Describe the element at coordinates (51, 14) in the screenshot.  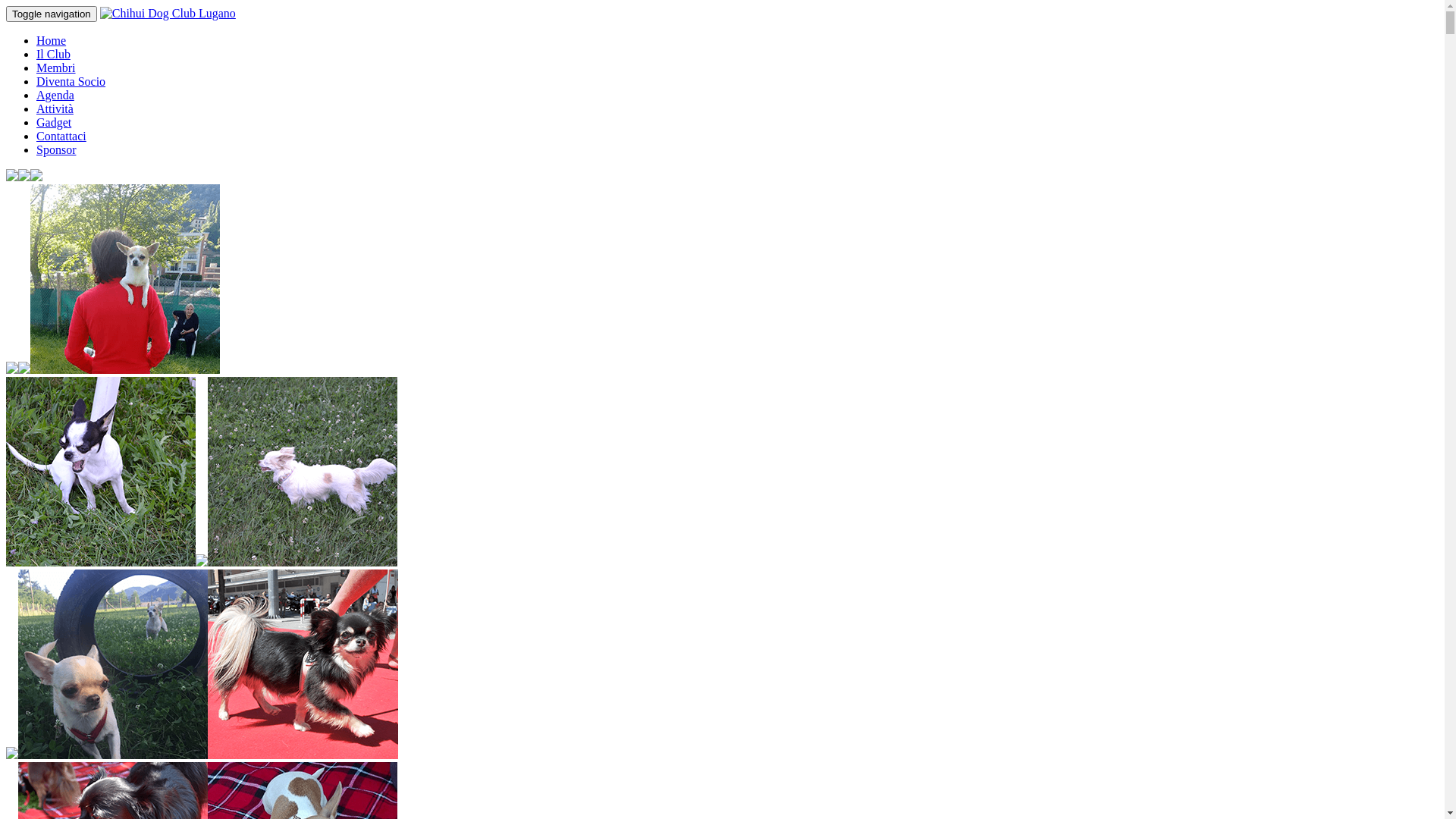
I see `'Toggle navigation'` at that location.